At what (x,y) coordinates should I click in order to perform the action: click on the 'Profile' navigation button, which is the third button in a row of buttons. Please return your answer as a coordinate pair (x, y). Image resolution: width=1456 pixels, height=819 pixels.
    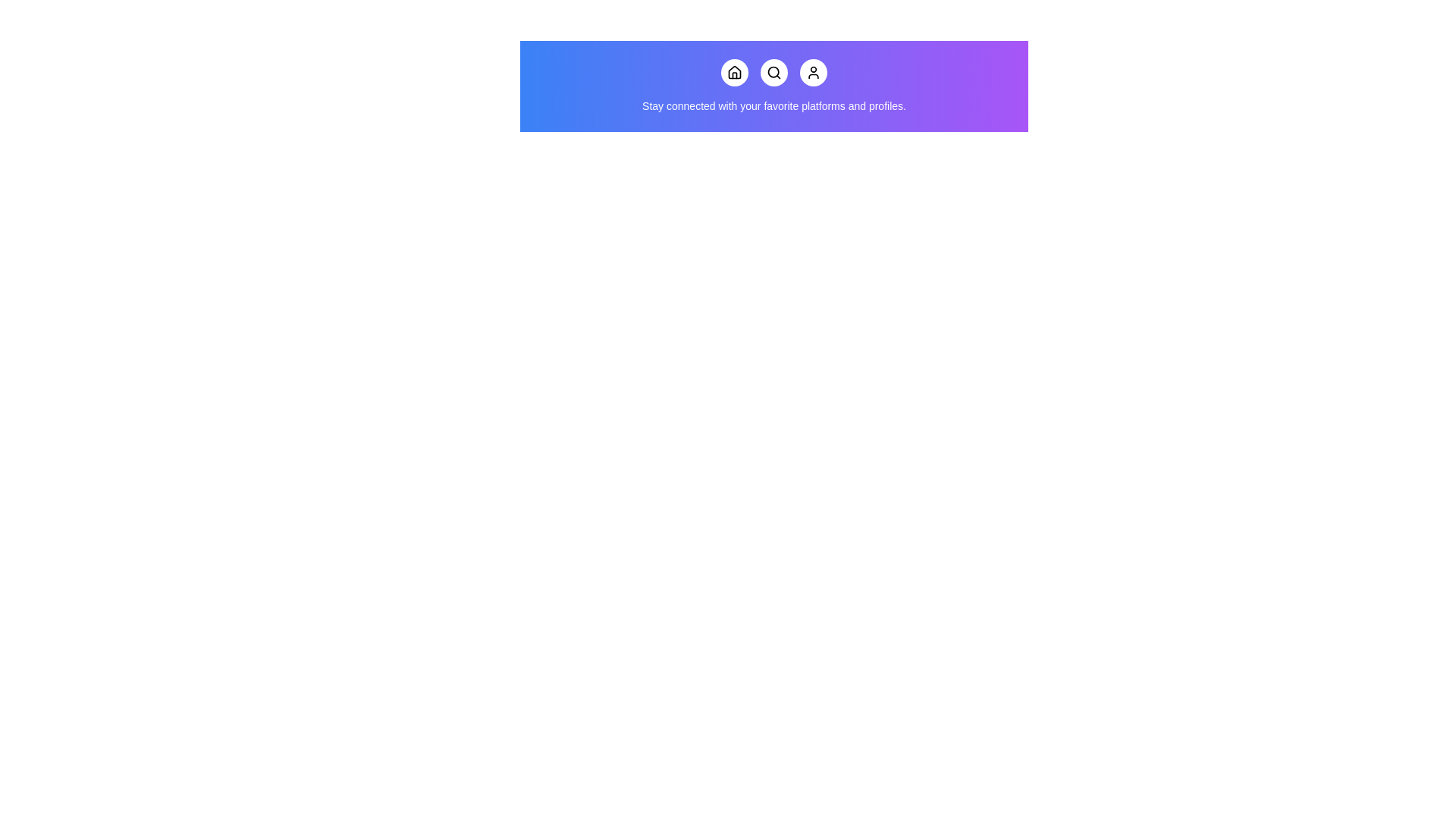
    Looking at the image, I should click on (813, 73).